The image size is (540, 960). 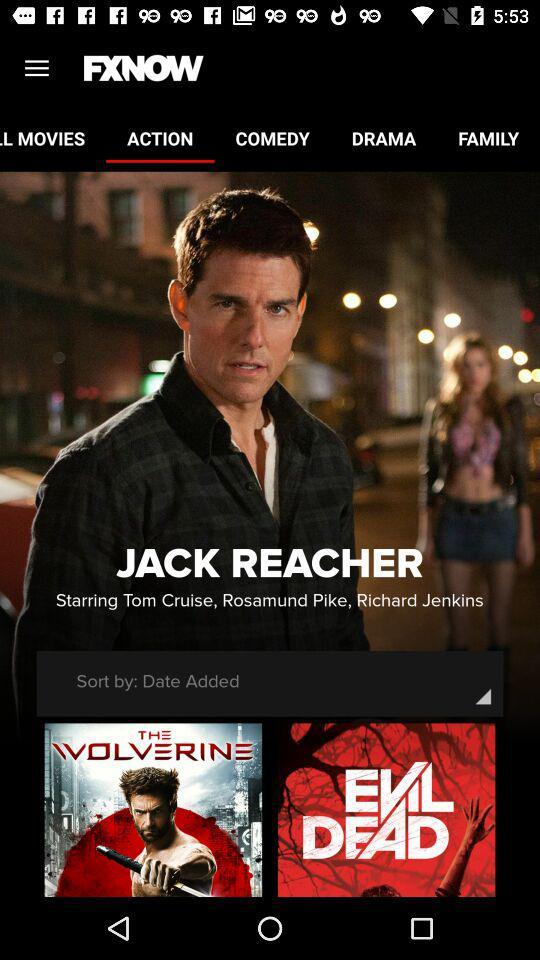 What do you see at coordinates (159, 137) in the screenshot?
I see `the item to the left of comedy icon` at bounding box center [159, 137].